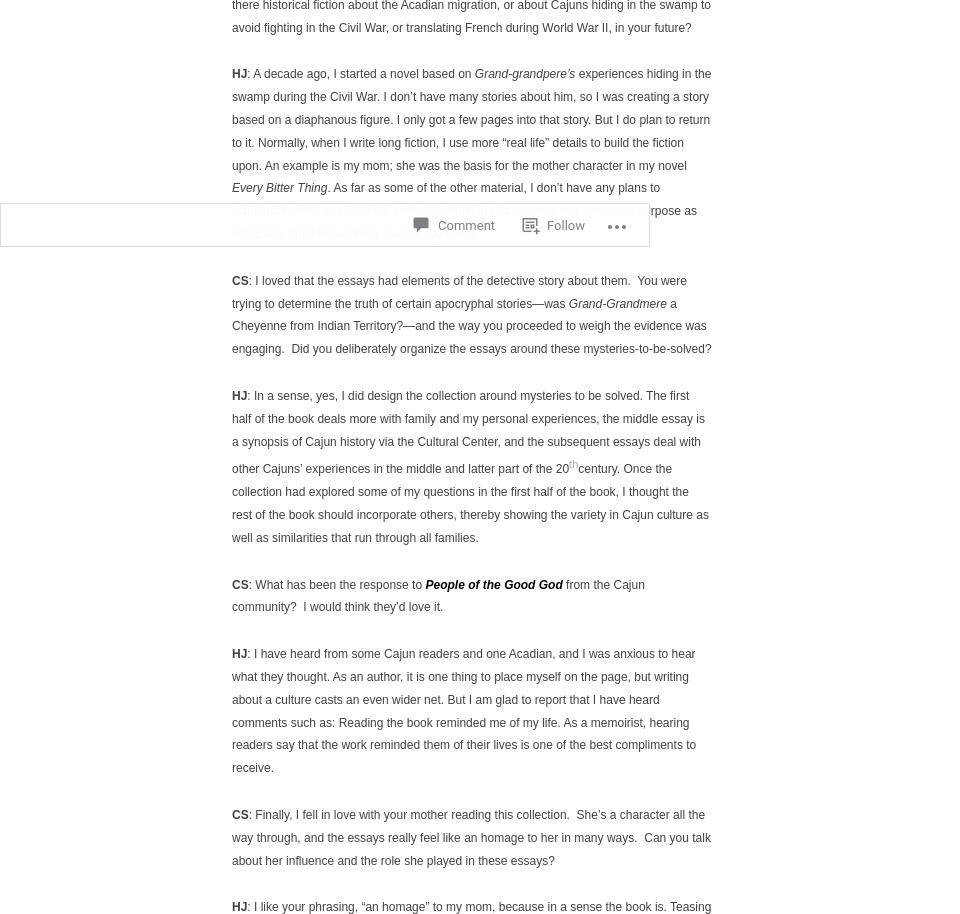 Image resolution: width=960 pixels, height=914 pixels. Describe the element at coordinates (463, 710) in the screenshot. I see `': I have heard from some Cajun readers and one Acadian, and I was anxious to hear what they thought. As an author, it is one thing to place myself on the page, but writing about a culture casts an even wider net. But I am glad to report that I have heard comments such as: Reading the book reminded me of my life. As a memoirist, hearing readers say that the work reminded them of their lives is one of the best compliments to receive.'` at that location.